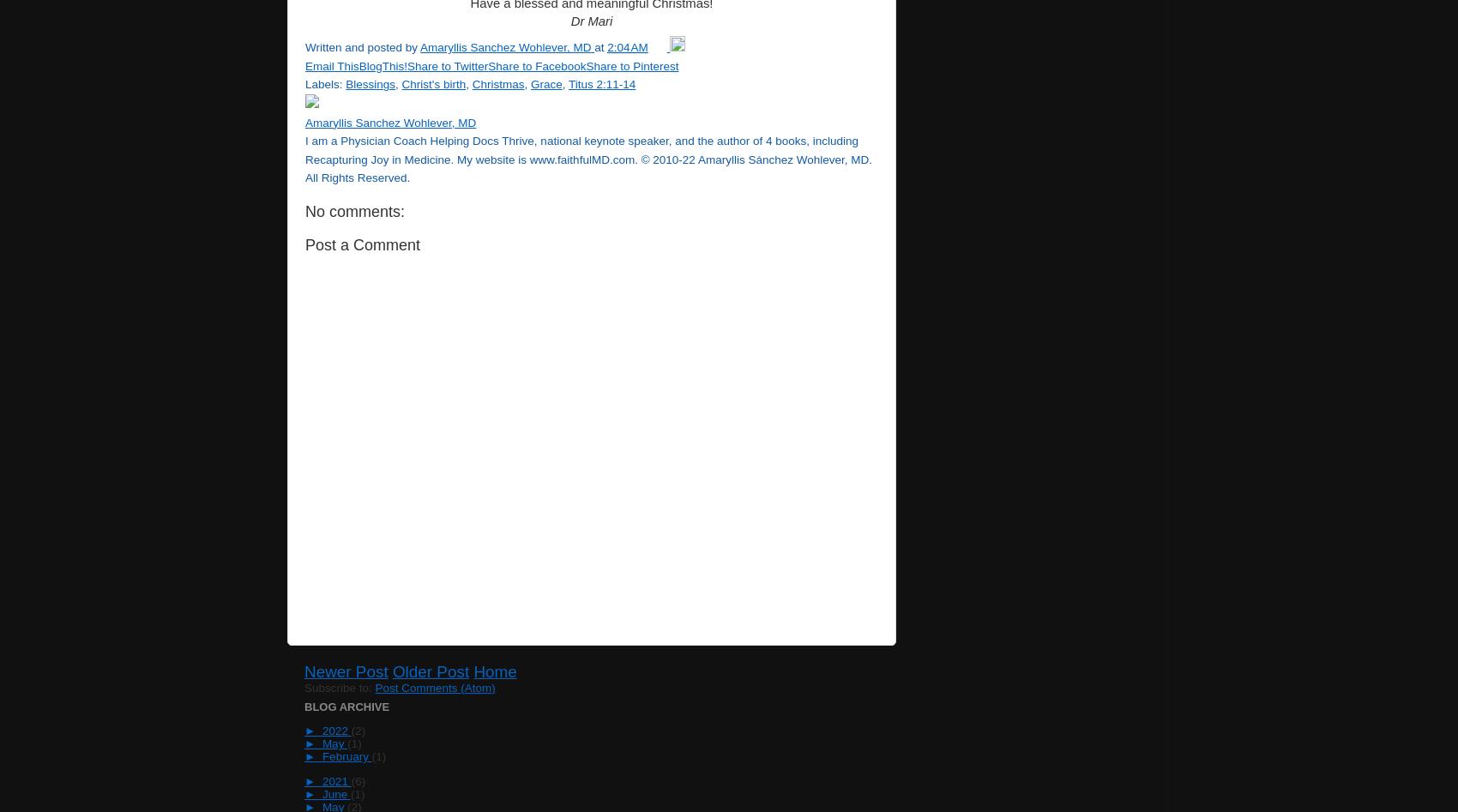 The image size is (1458, 812). I want to click on '(2)', so click(357, 731).